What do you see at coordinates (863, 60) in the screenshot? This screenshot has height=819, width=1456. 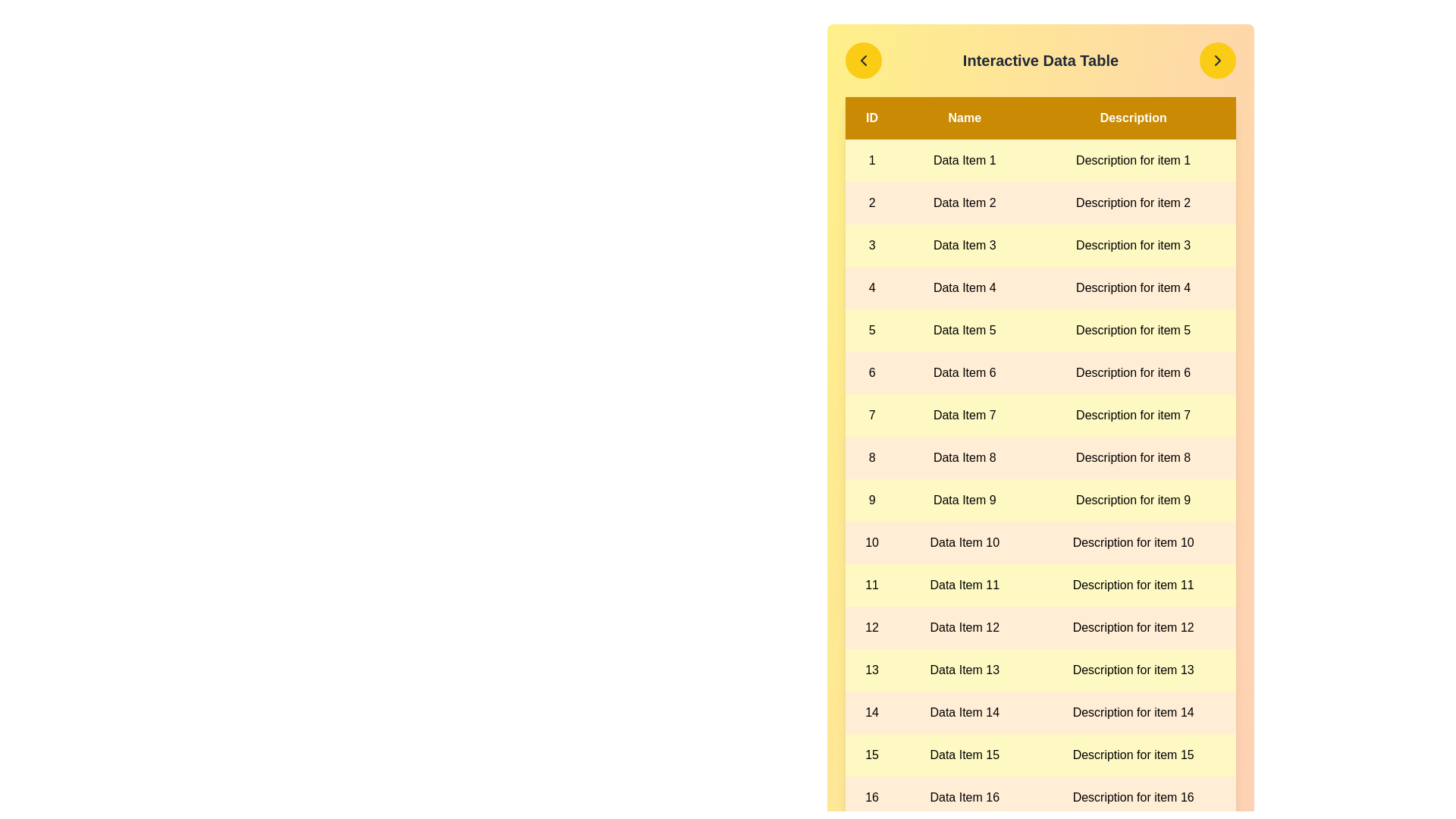 I see `left navigation button to navigate to the previous page of the table` at bounding box center [863, 60].